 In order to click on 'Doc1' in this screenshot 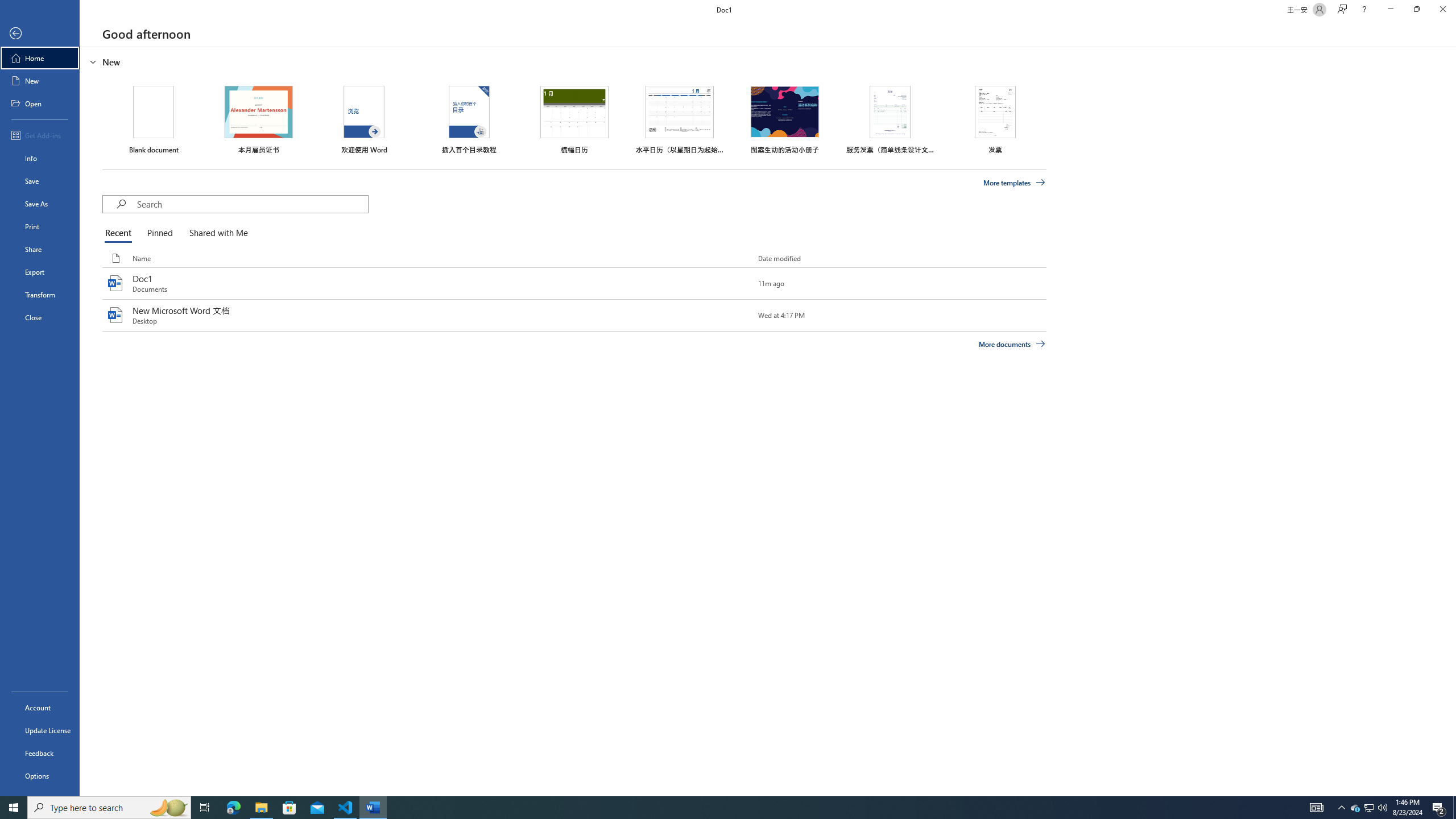, I will do `click(573, 283)`.